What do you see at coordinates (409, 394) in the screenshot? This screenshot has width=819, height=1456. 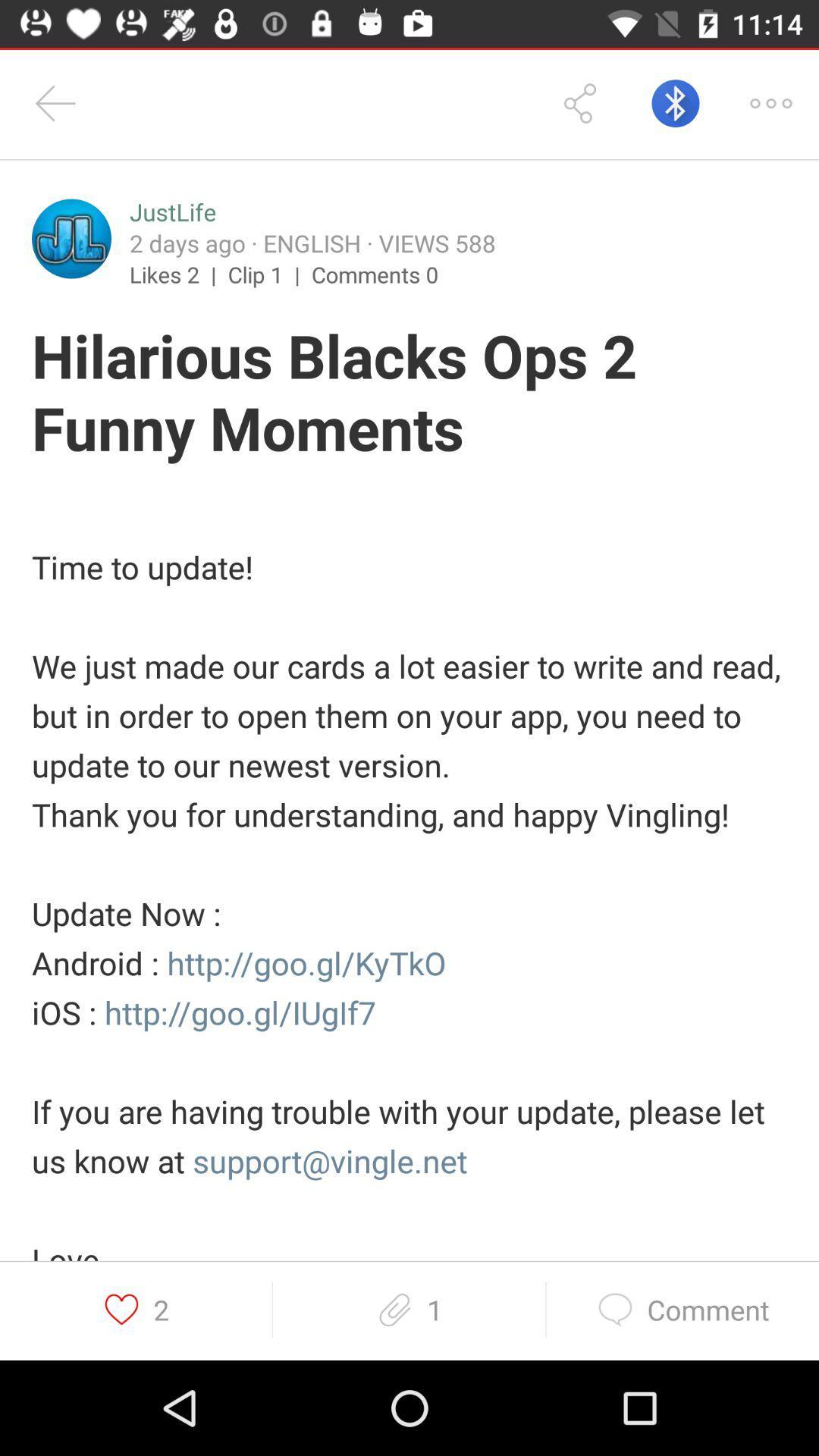 I see `the icon below likes 2  |   icon` at bounding box center [409, 394].